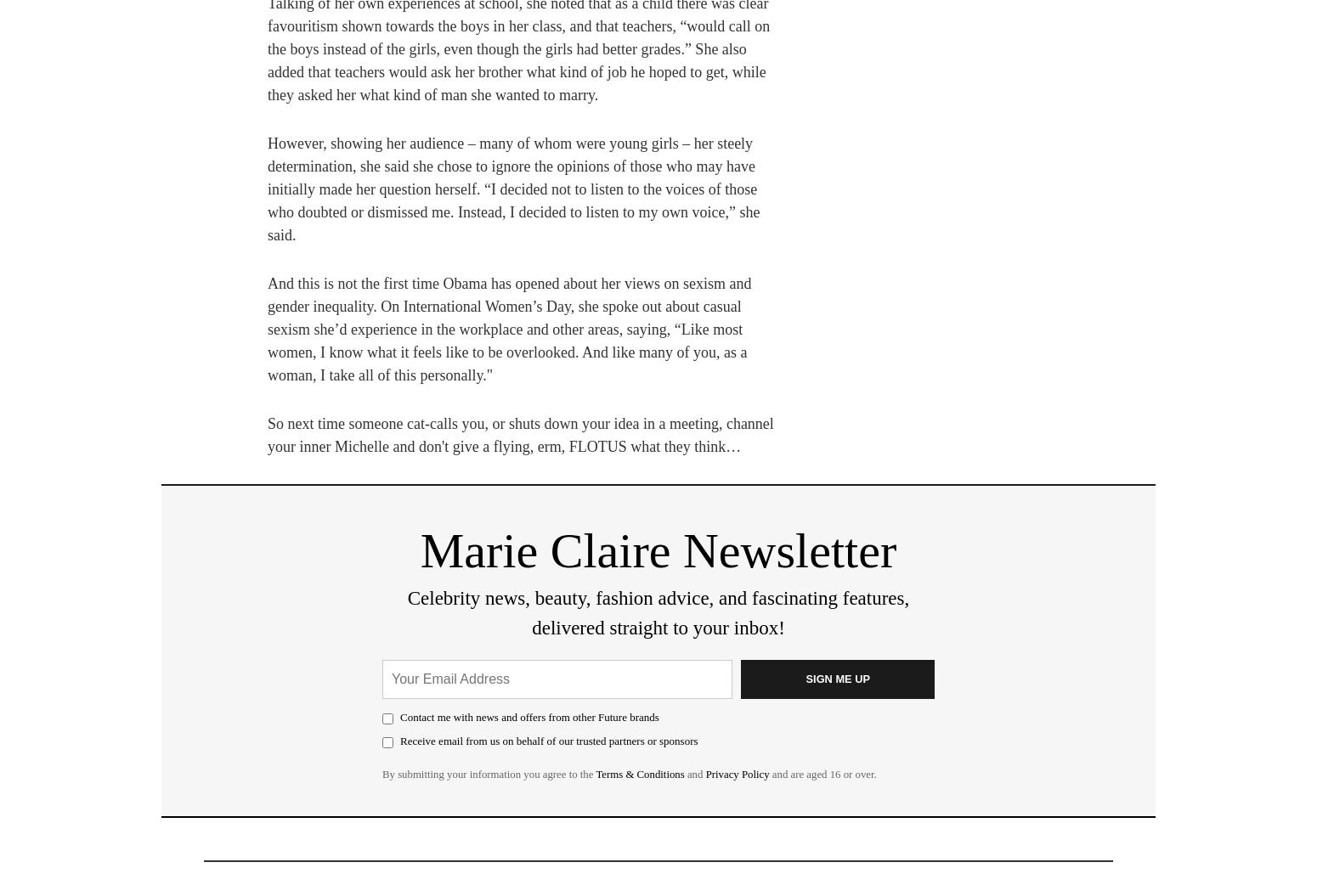  What do you see at coordinates (513, 189) in the screenshot?
I see `'However, showing her audience – many of whom were young girls – her steely determination, she said she chose to ignore the opinions of those who may have initially made her question herself. “I decided not to listen to the voices of those who doubted or dismissed me. Instead, I decided to listen to my own voice,” she said.'` at bounding box center [513, 189].